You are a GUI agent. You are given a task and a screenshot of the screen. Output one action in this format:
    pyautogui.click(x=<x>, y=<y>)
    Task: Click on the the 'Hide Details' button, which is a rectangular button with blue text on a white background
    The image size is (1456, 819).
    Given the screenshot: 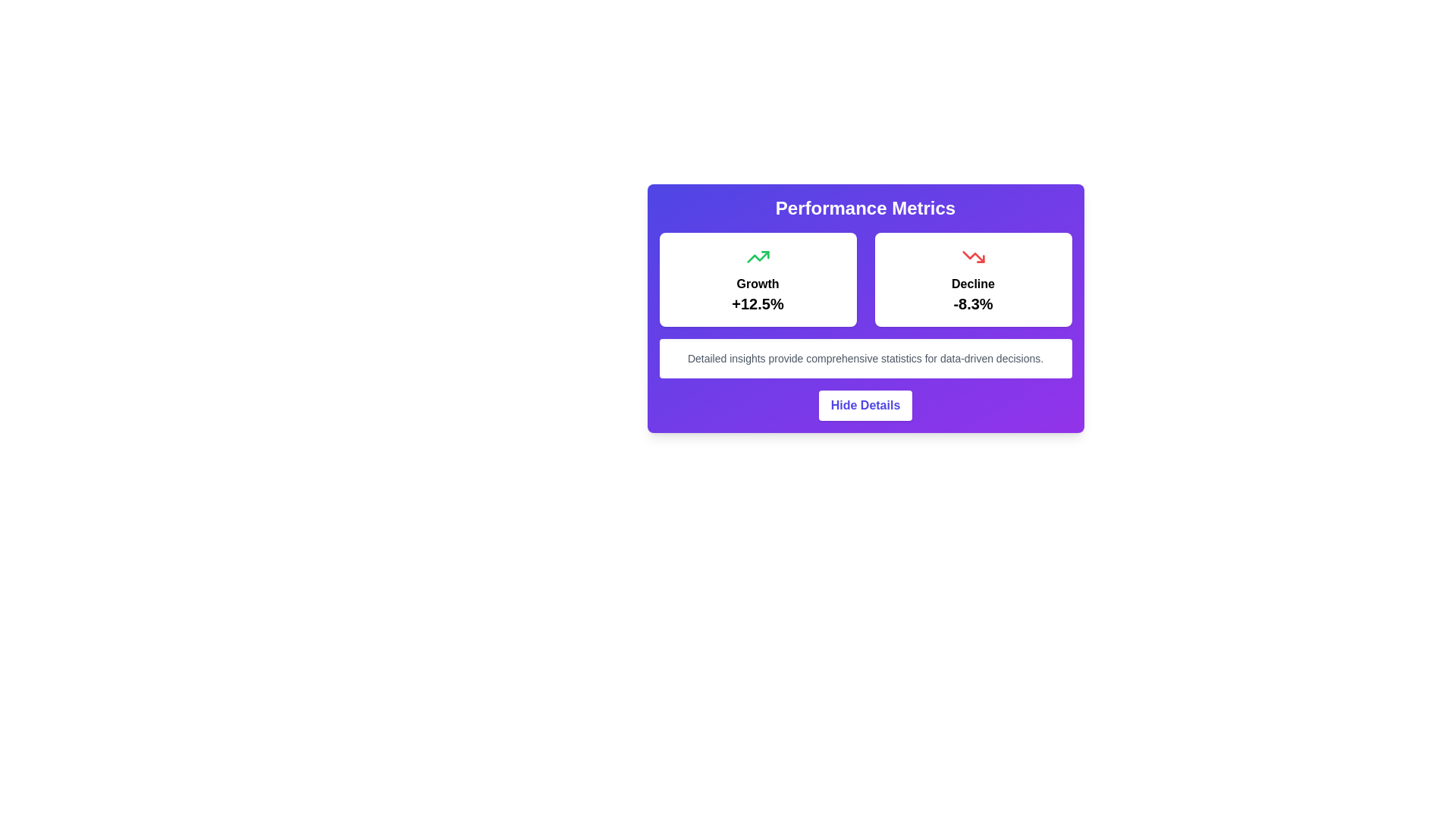 What is the action you would take?
    pyautogui.click(x=865, y=405)
    